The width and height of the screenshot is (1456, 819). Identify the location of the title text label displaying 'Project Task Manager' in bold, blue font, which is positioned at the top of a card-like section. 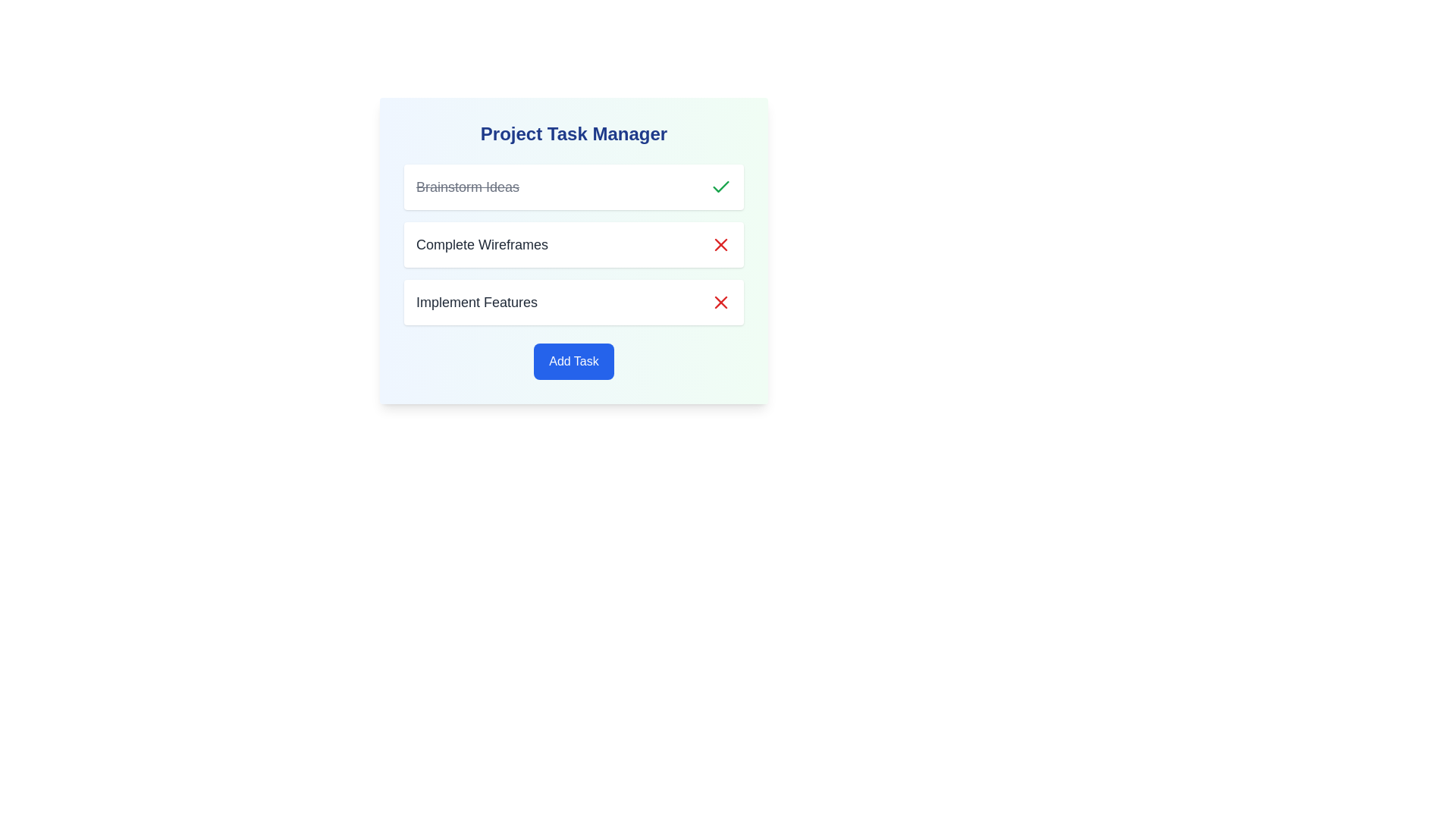
(573, 133).